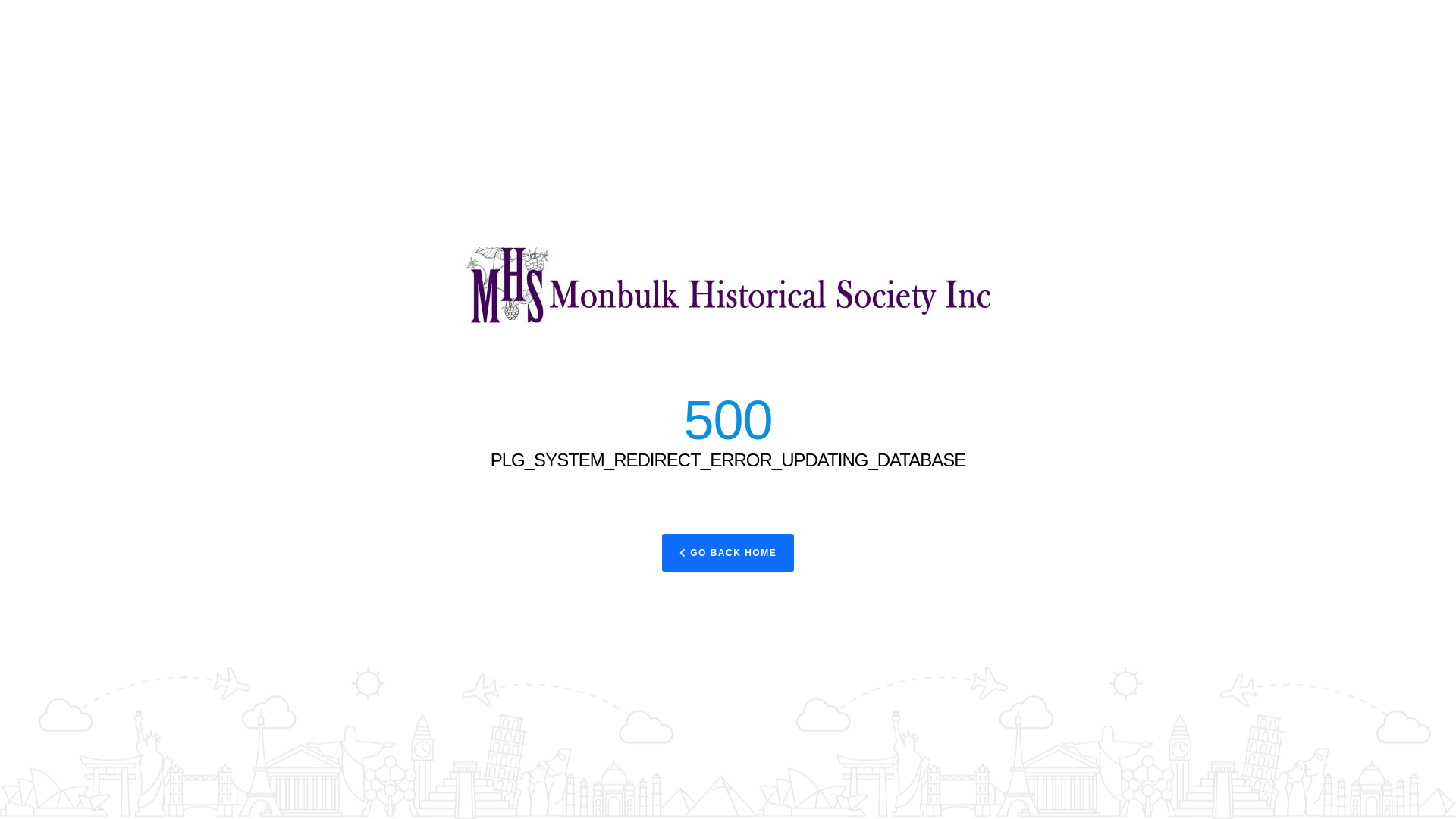 This screenshot has width=1456, height=819. I want to click on 'GO BACK HOME', so click(662, 553).